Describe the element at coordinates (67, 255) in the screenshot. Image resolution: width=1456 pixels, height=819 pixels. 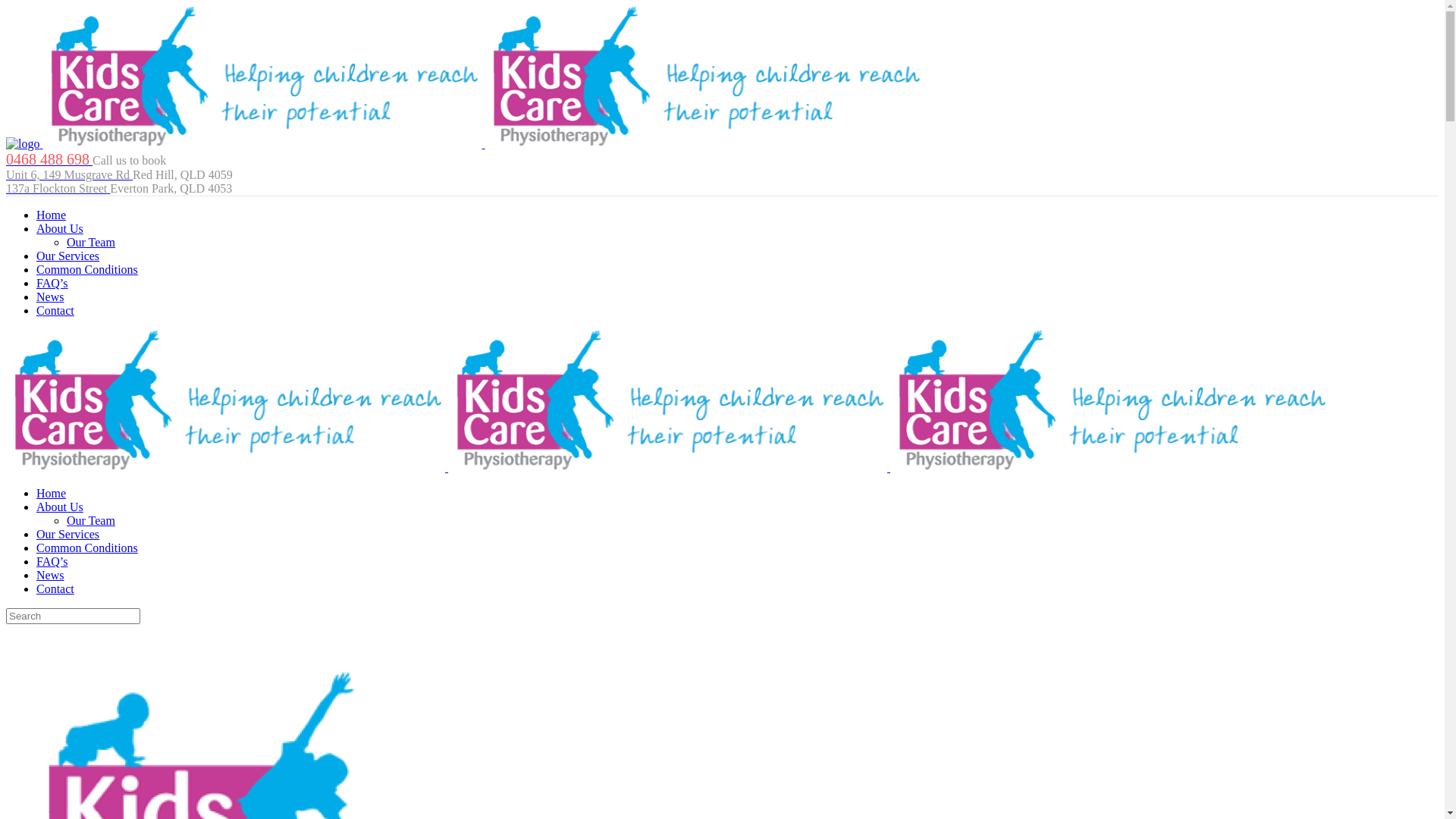
I see `'Our Services'` at that location.